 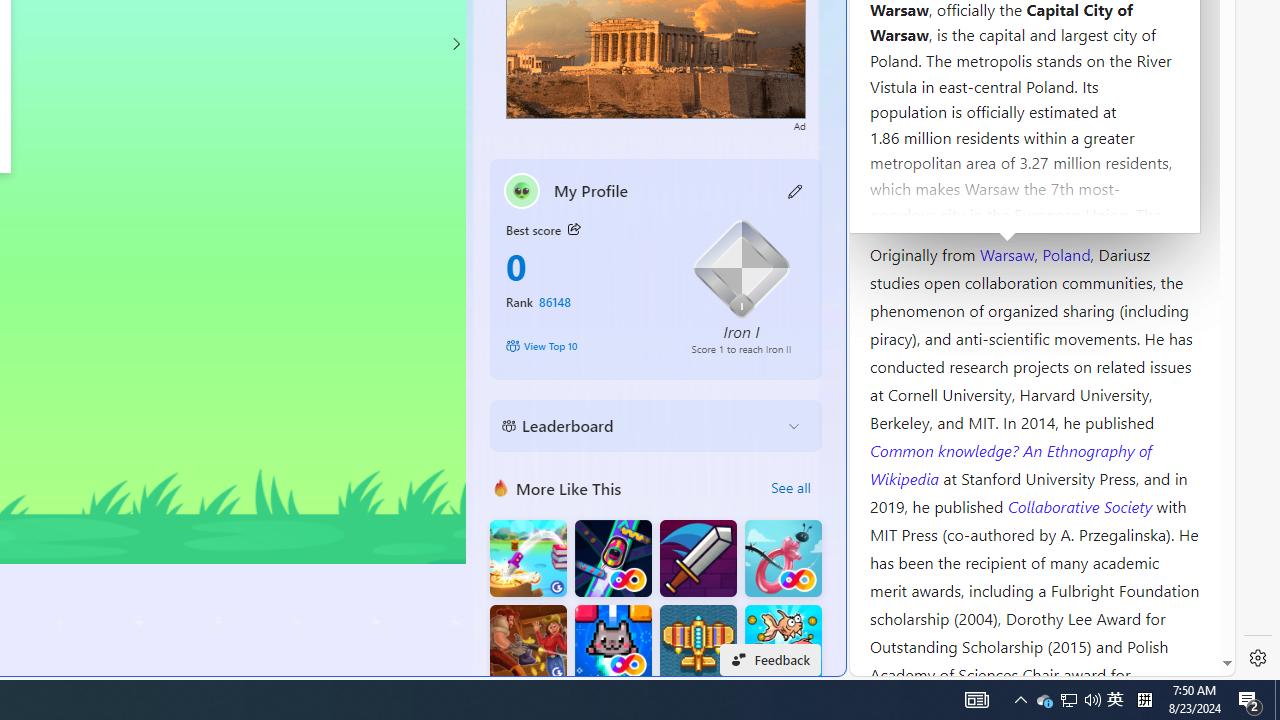 I want to click on 'Leaderboard', so click(x=640, y=424).